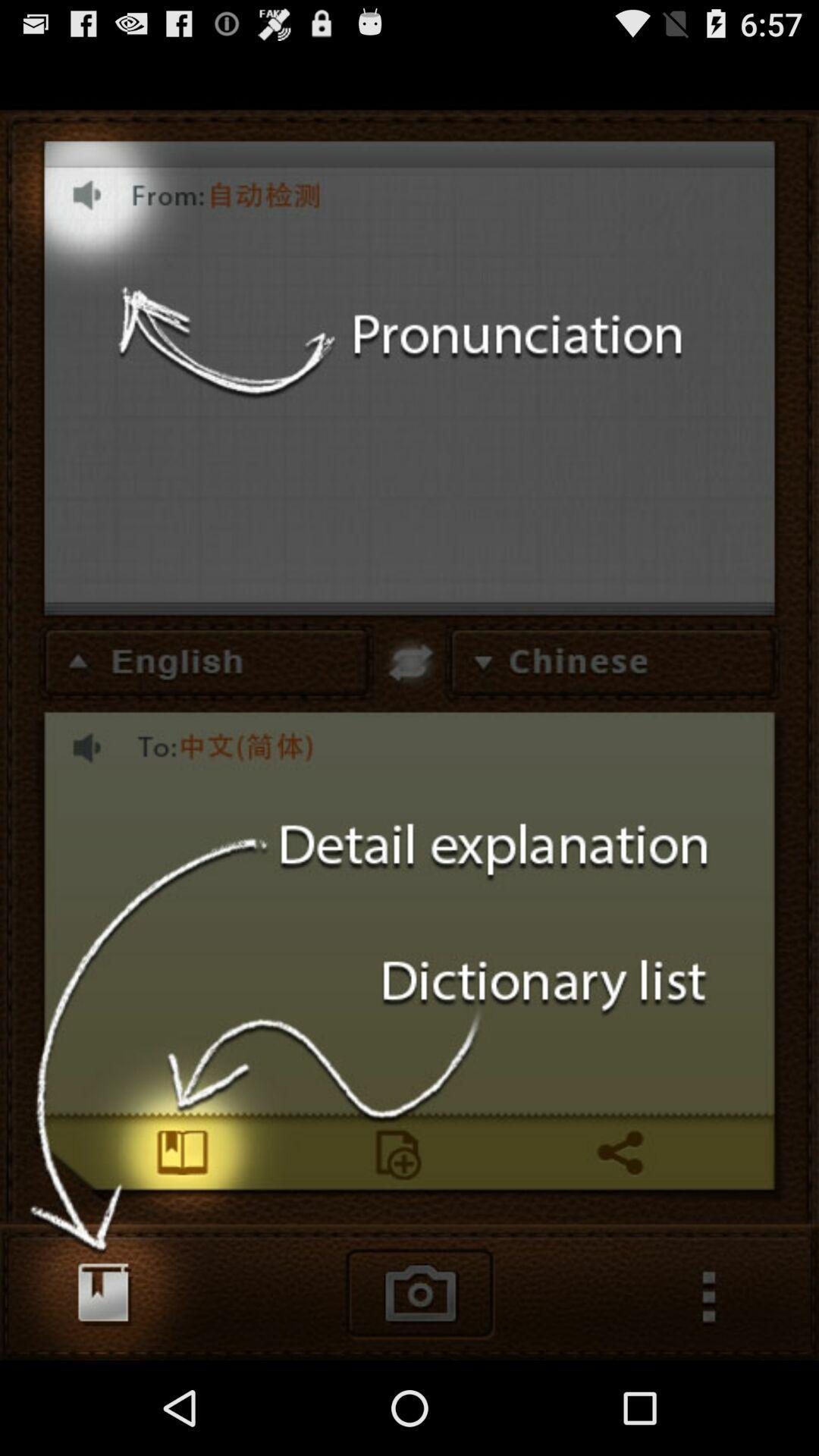 This screenshot has height=1456, width=819. What do you see at coordinates (408, 1401) in the screenshot?
I see `the photo icon` at bounding box center [408, 1401].